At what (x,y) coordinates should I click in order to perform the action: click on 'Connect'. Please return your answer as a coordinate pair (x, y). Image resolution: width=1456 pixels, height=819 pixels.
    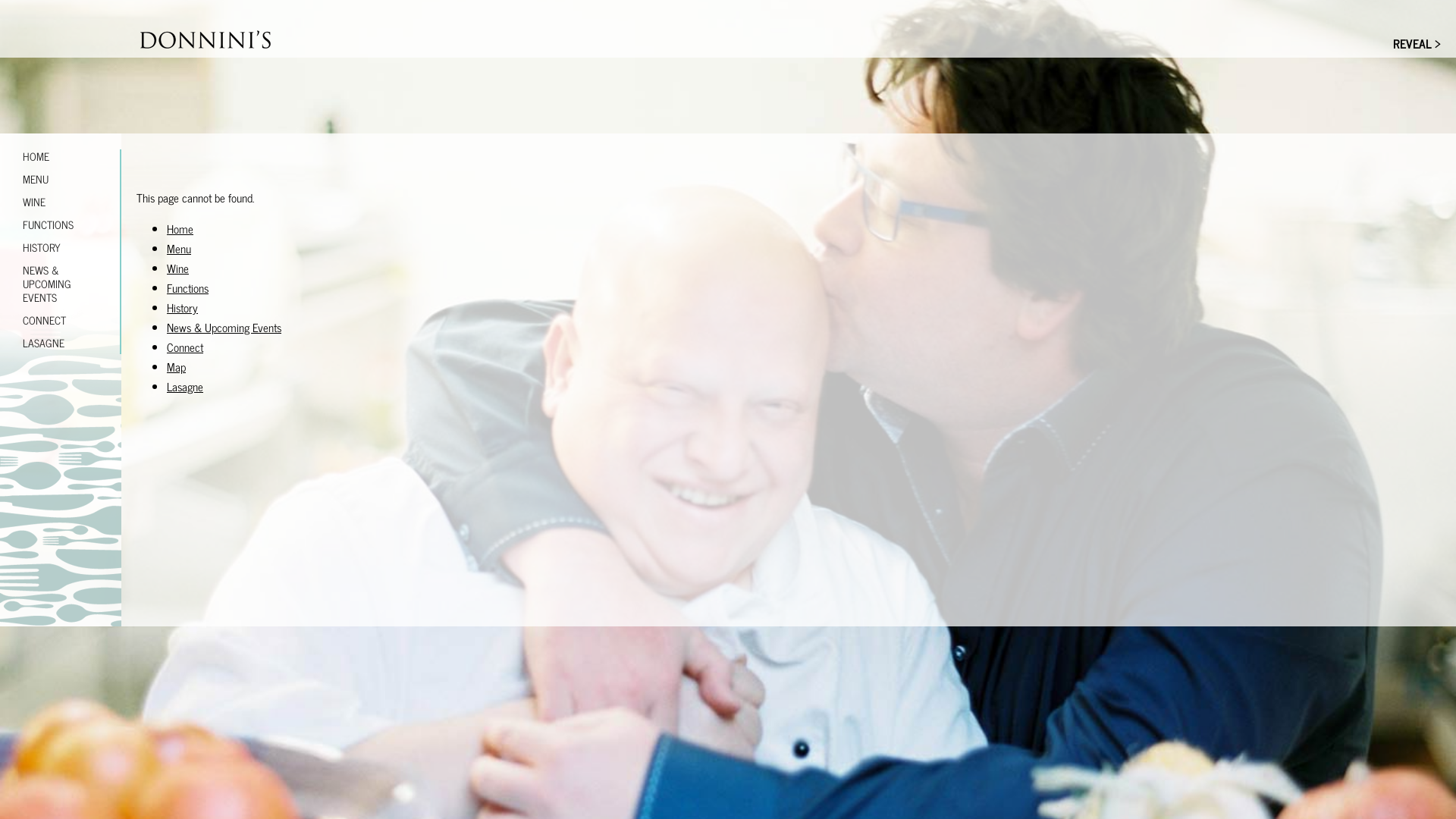
    Looking at the image, I should click on (184, 347).